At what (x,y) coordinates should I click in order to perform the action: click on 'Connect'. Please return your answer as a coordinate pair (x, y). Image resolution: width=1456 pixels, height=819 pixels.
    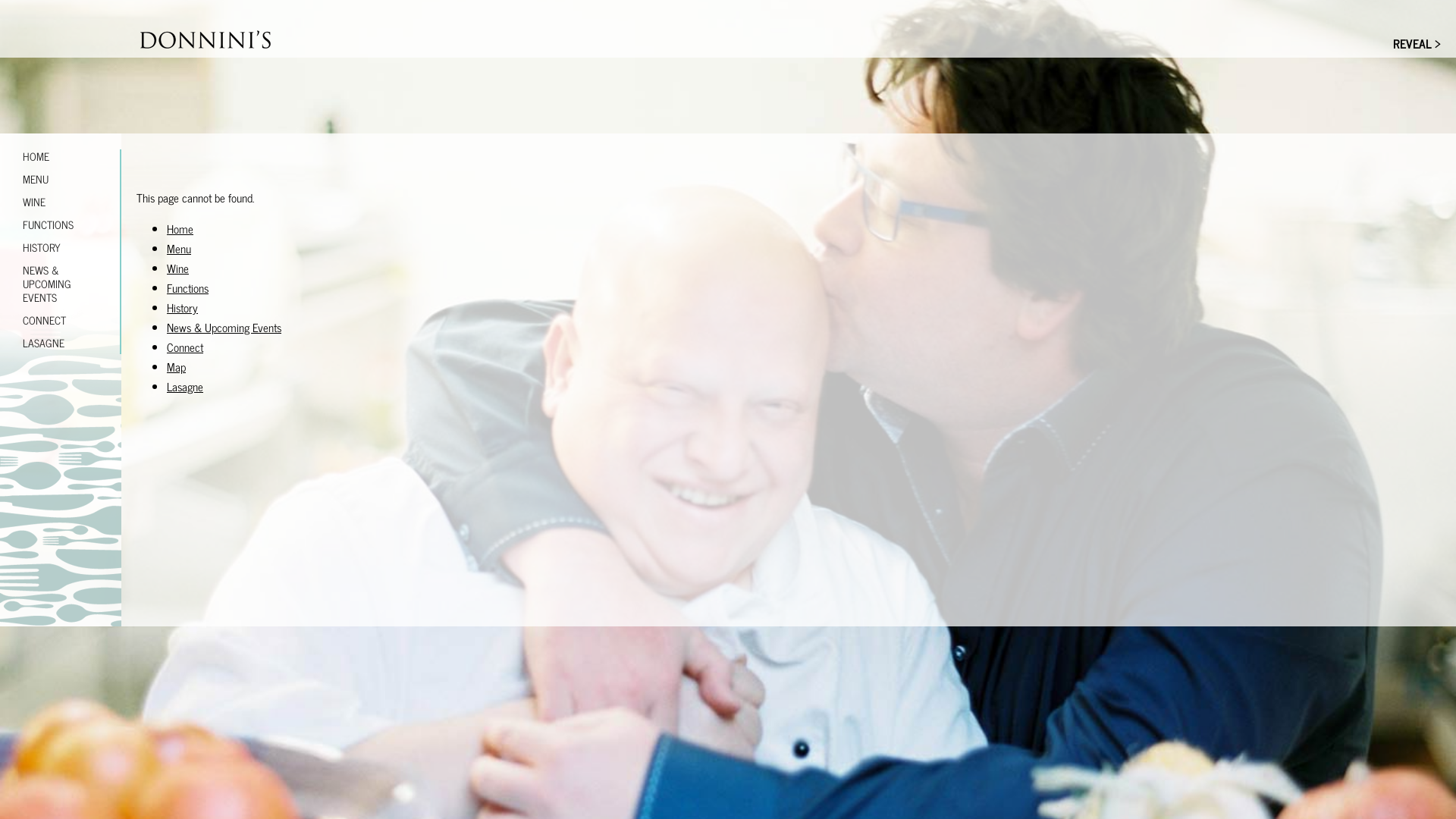
    Looking at the image, I should click on (184, 347).